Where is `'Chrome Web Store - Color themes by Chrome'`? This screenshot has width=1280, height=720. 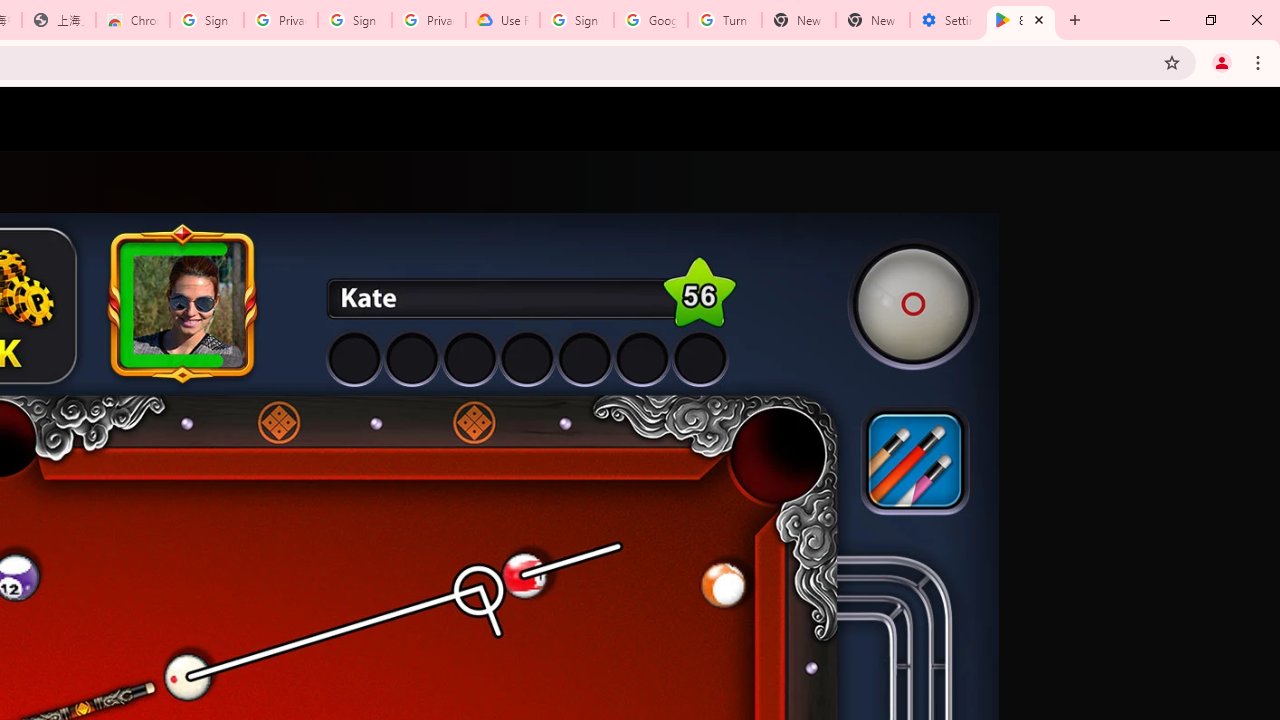 'Chrome Web Store - Color themes by Chrome' is located at coordinates (132, 20).